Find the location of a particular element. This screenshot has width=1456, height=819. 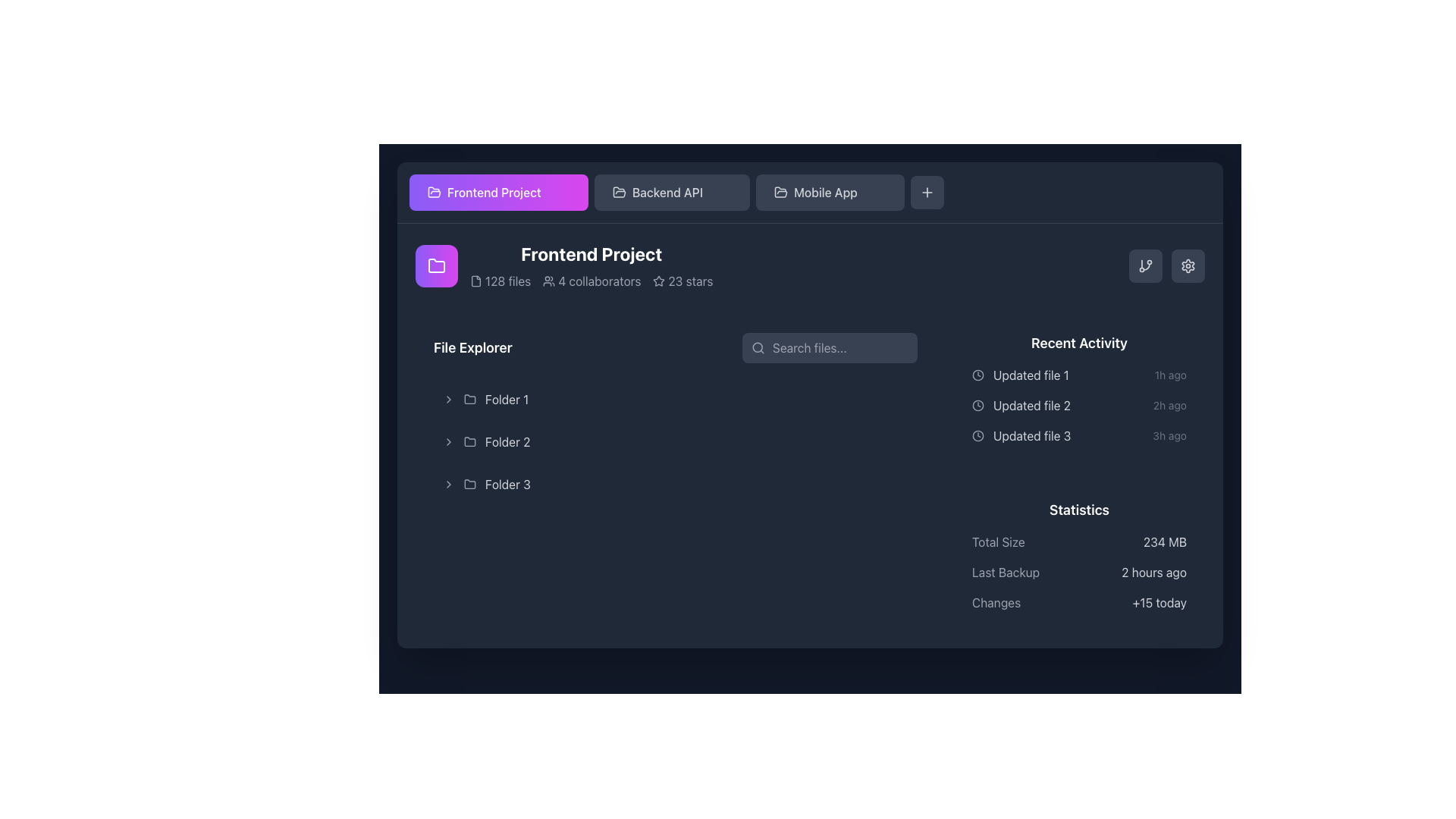

the information presented in the 'Last Backup' row of the Text block with statistical labels and data located in the 'Statistics' section at the bottom right of the interface is located at coordinates (1078, 573).